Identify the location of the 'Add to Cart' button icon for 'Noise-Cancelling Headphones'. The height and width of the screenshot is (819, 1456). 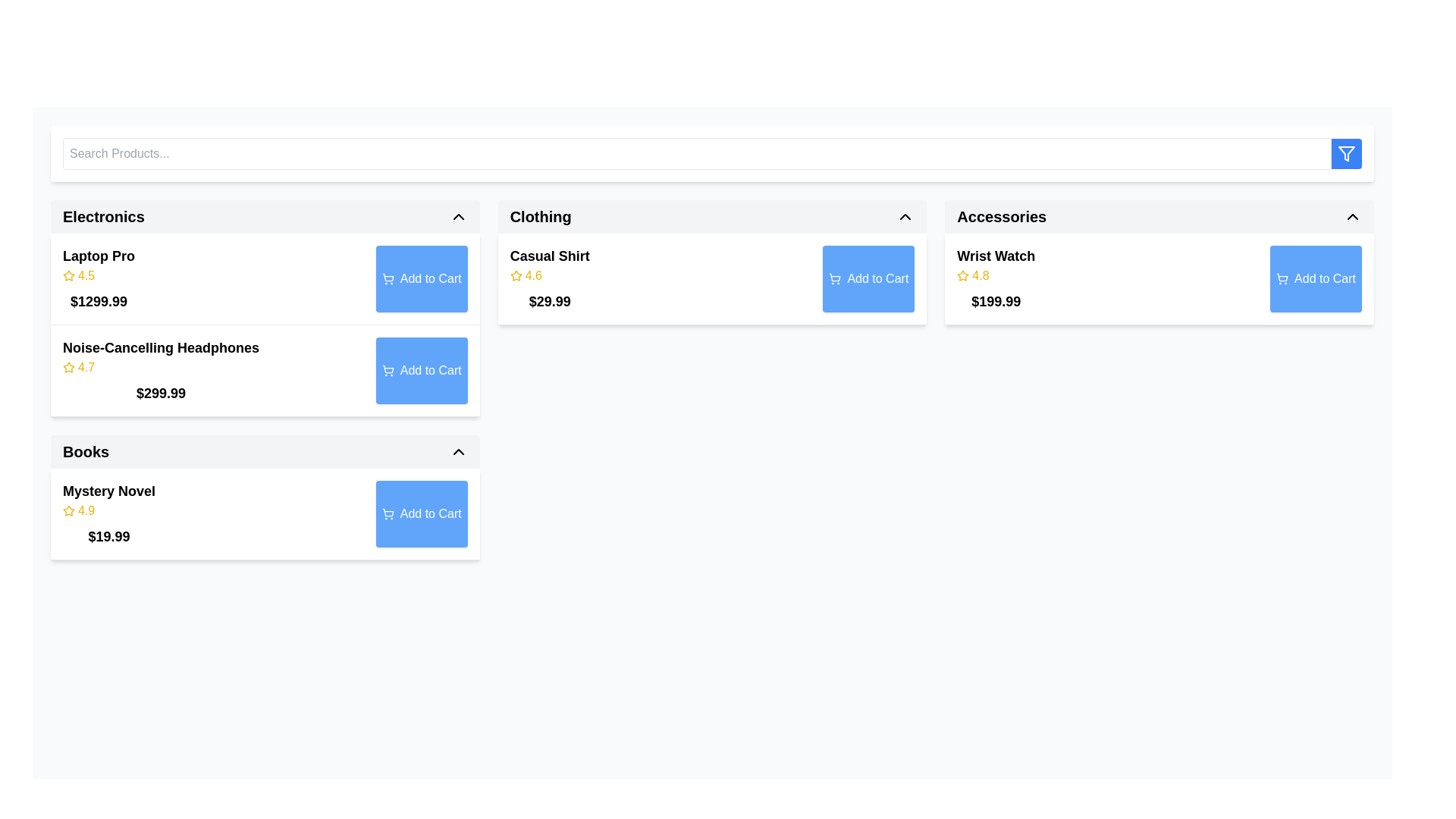
(388, 369).